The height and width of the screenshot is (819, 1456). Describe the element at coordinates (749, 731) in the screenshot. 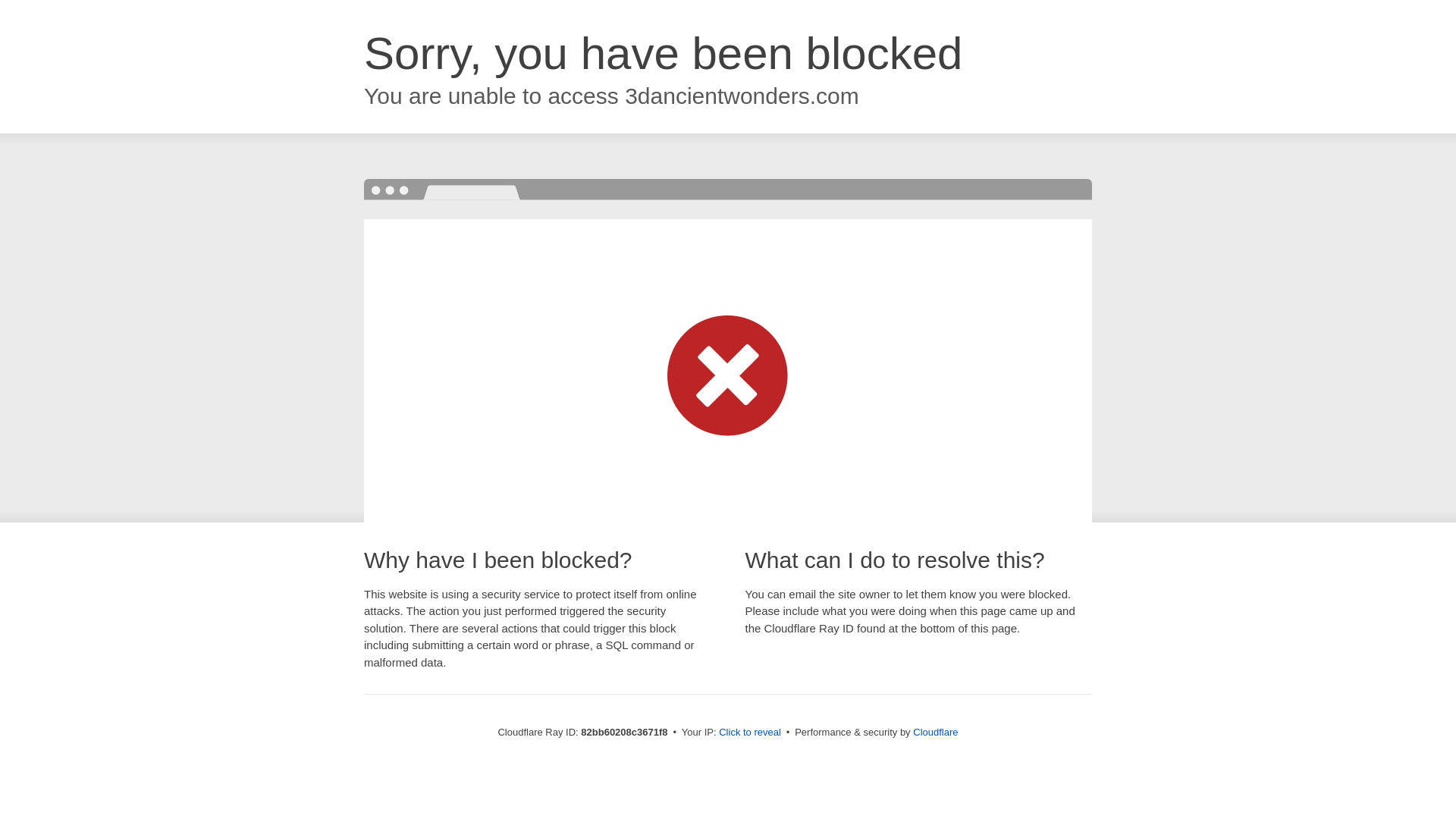

I see `'Click to reveal'` at that location.